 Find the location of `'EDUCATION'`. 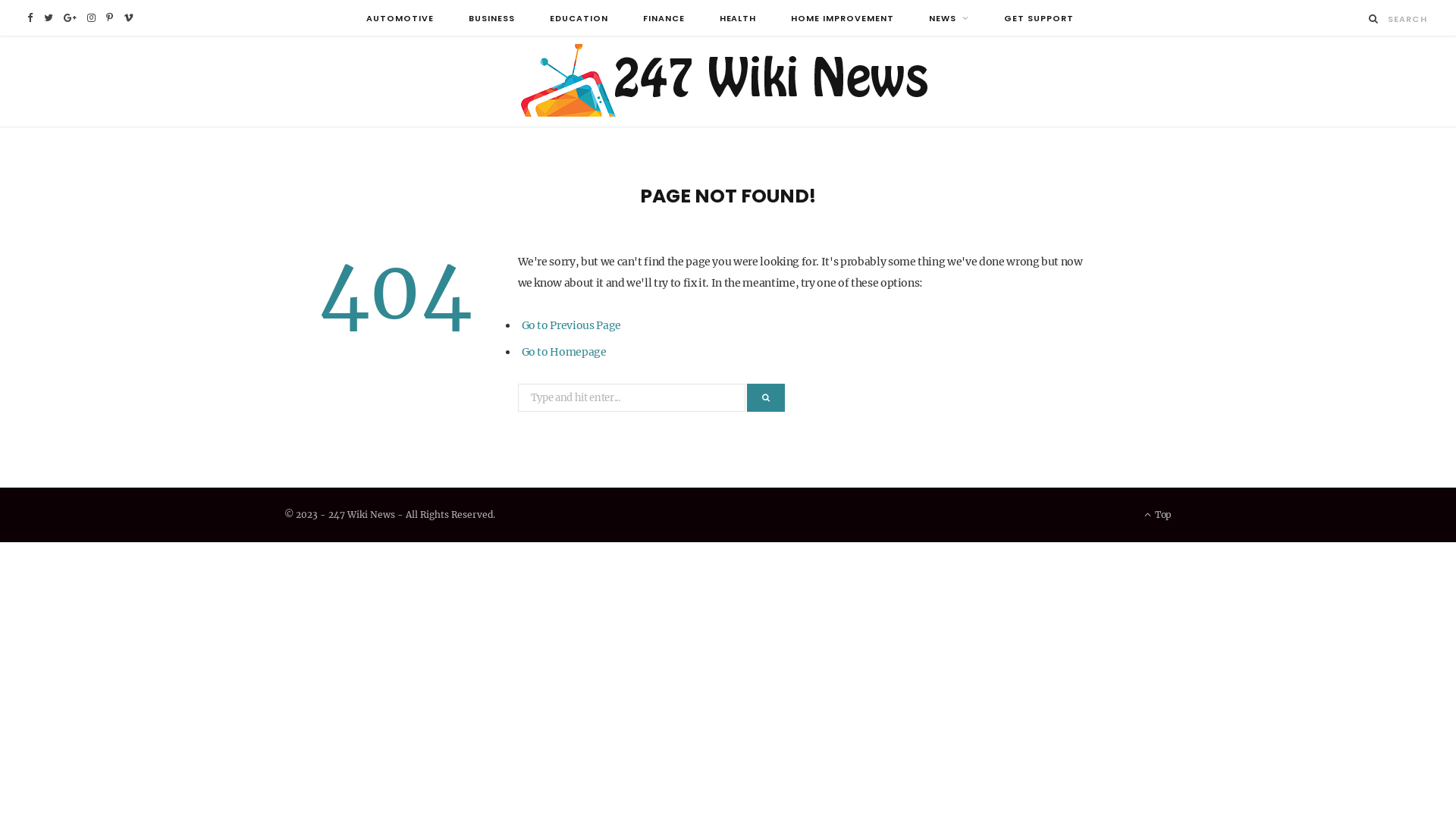

'EDUCATION' is located at coordinates (578, 17).